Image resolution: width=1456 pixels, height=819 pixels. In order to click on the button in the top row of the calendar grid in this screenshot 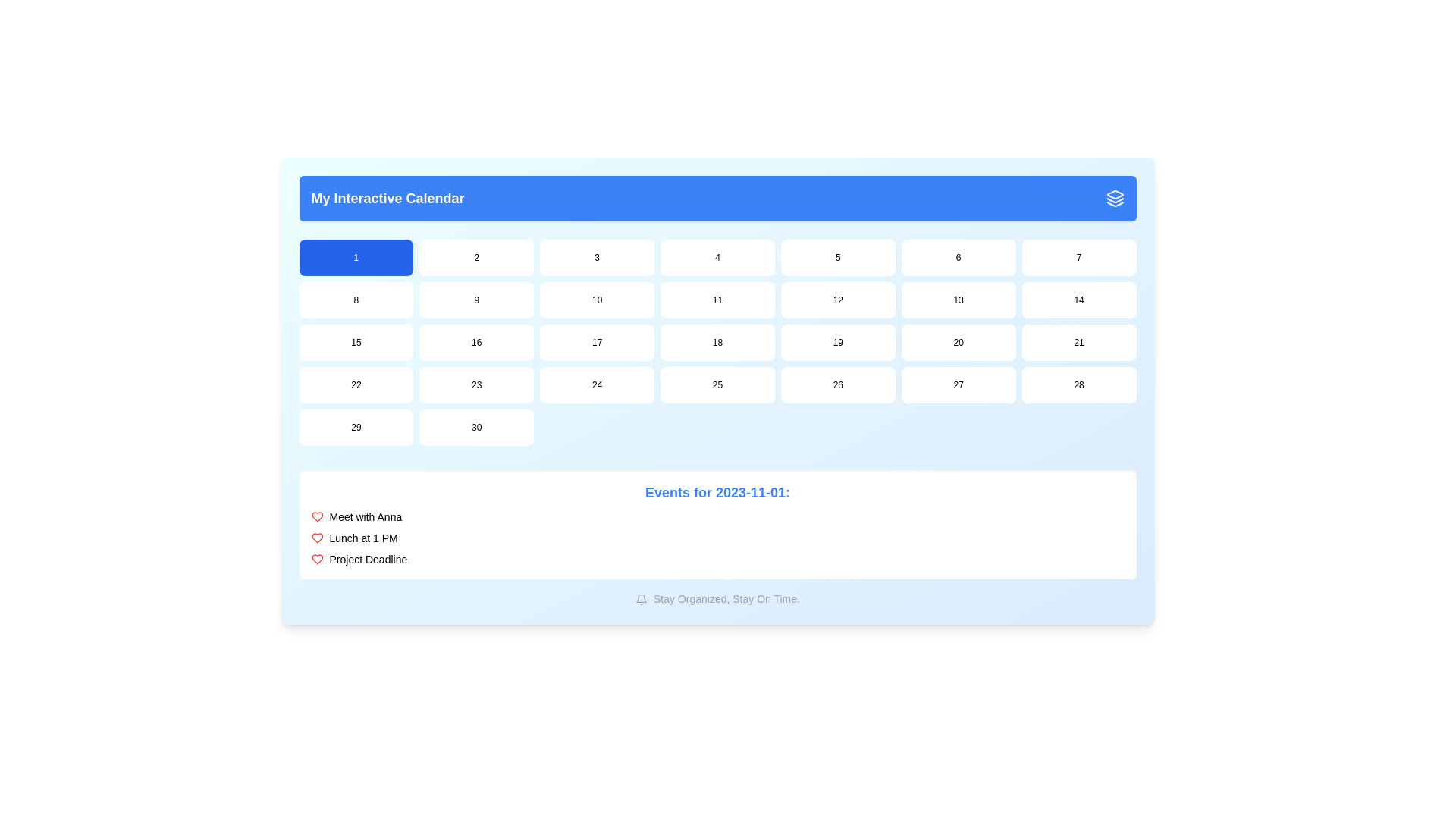, I will do `click(837, 256)`.